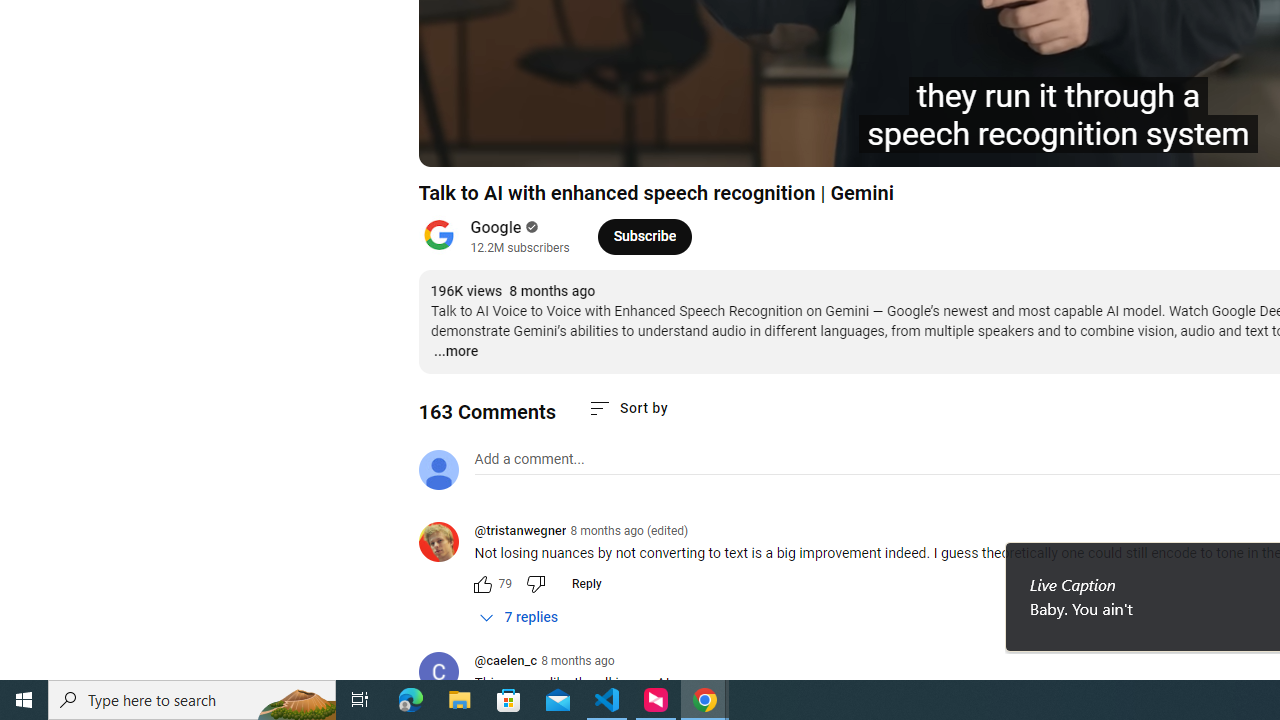 The width and height of the screenshot is (1280, 720). I want to click on '7 replies', so click(519, 616).